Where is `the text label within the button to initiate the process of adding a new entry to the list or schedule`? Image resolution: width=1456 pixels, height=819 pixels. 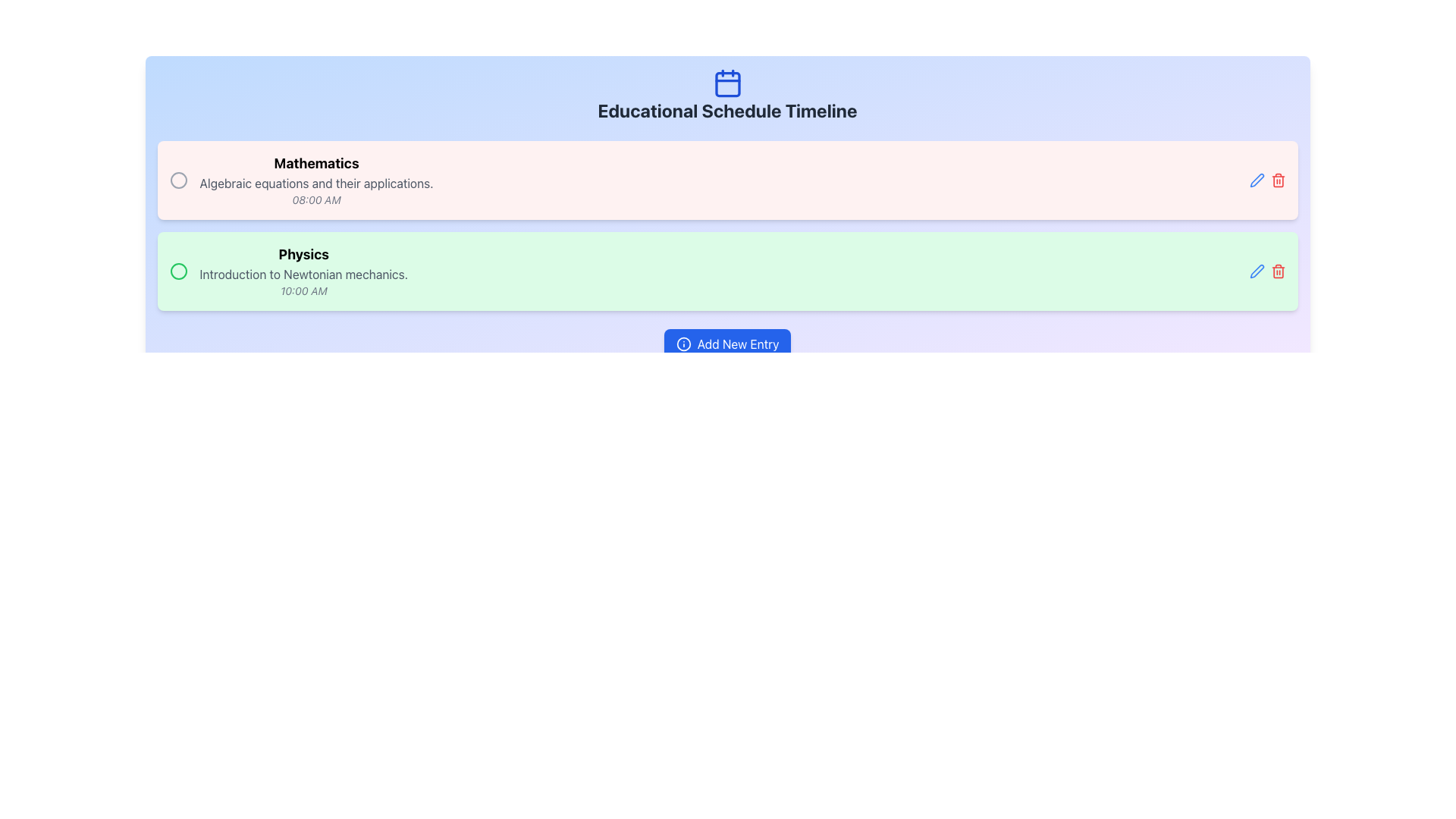
the text label within the button to initiate the process of adding a new entry to the list or schedule is located at coordinates (738, 344).